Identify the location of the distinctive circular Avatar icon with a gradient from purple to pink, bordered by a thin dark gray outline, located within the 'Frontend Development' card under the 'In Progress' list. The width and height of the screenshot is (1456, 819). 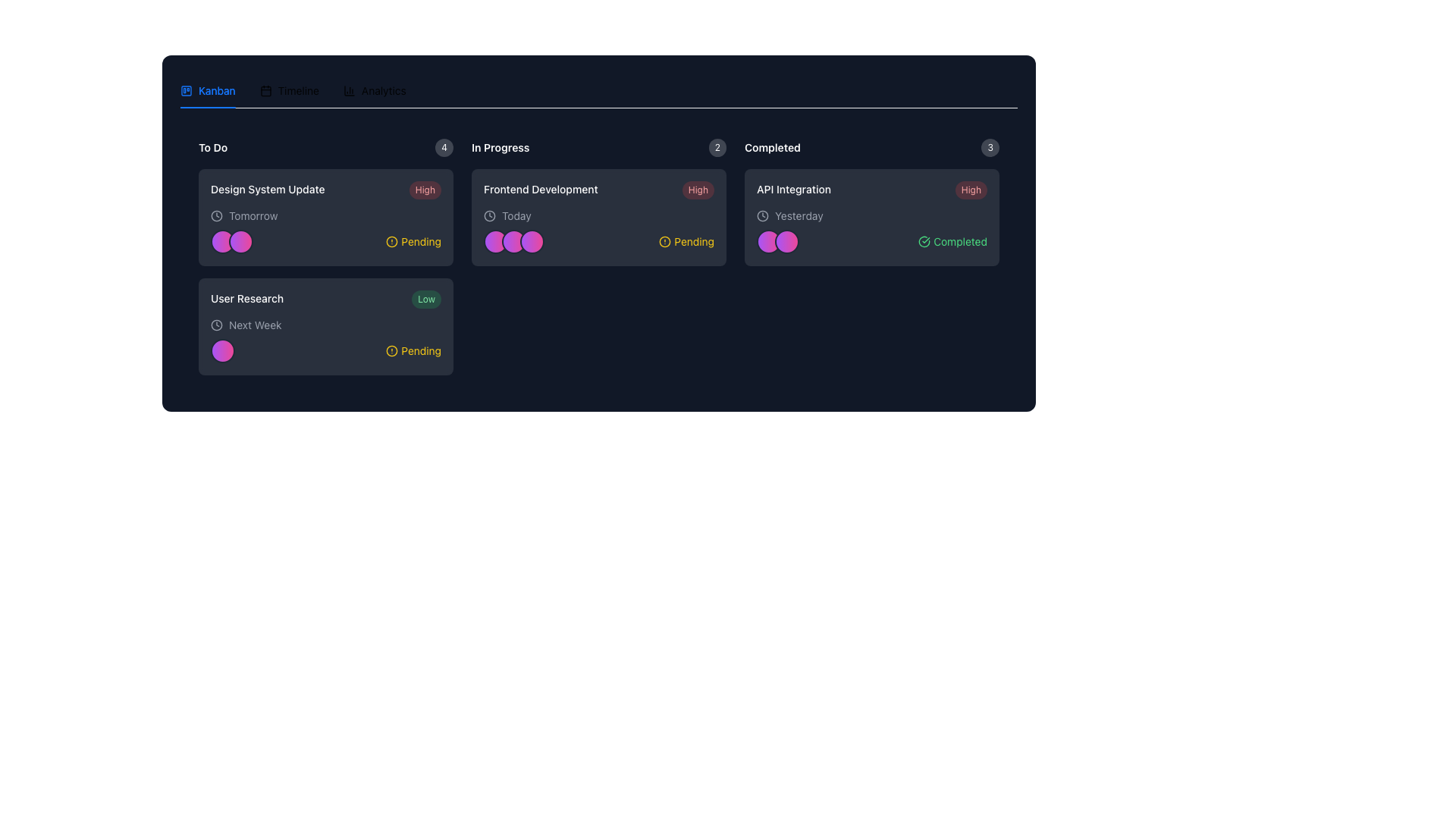
(495, 241).